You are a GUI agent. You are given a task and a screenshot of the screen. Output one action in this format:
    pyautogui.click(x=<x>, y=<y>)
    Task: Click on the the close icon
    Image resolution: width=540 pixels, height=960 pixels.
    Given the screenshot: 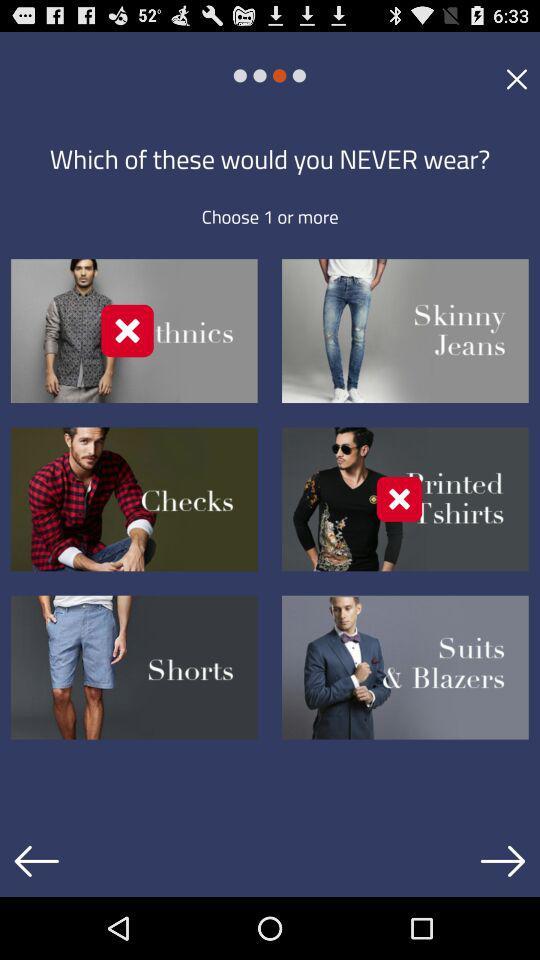 What is the action you would take?
    pyautogui.click(x=516, y=84)
    